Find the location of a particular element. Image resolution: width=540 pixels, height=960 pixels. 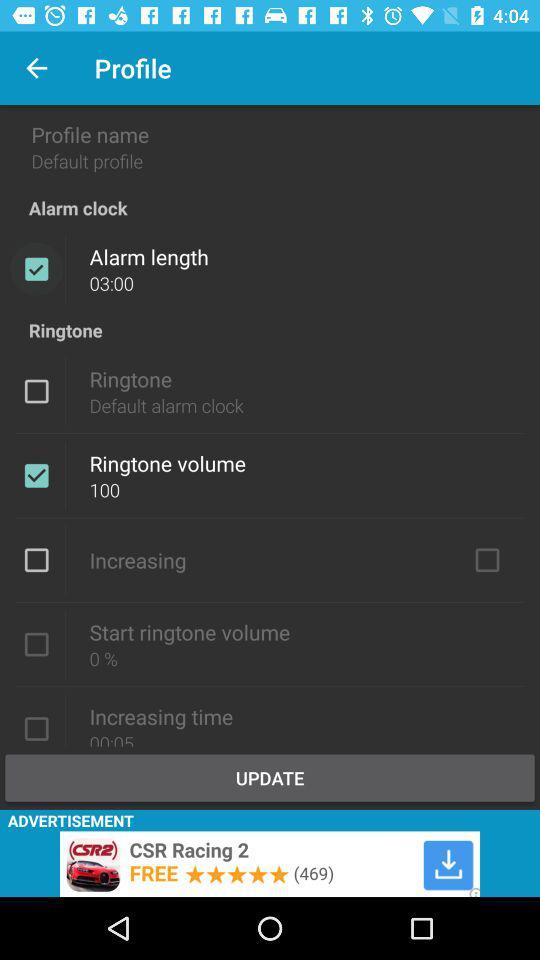

increasing option is located at coordinates (486, 560).